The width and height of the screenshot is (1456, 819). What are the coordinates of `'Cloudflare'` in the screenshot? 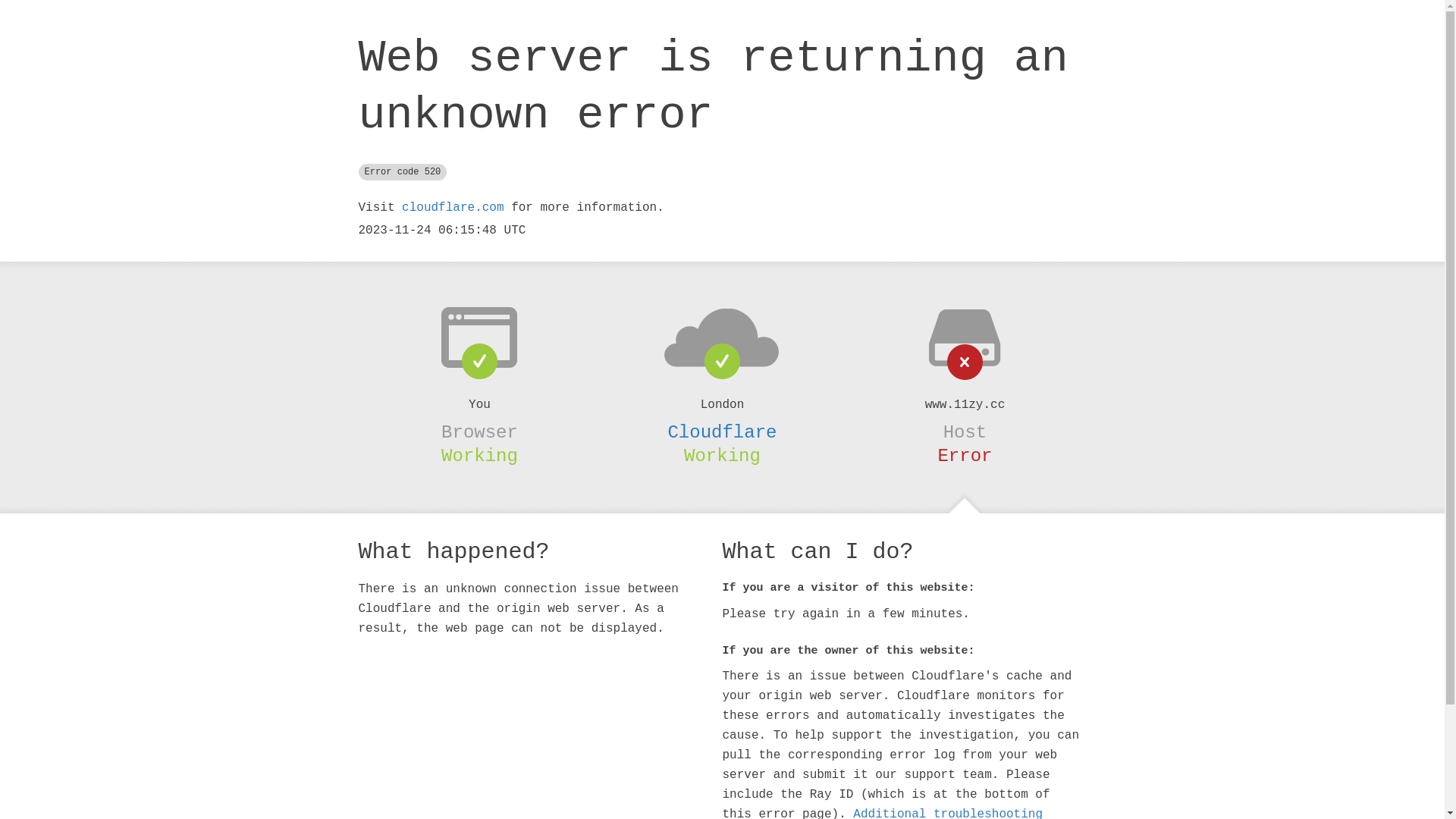 It's located at (720, 432).